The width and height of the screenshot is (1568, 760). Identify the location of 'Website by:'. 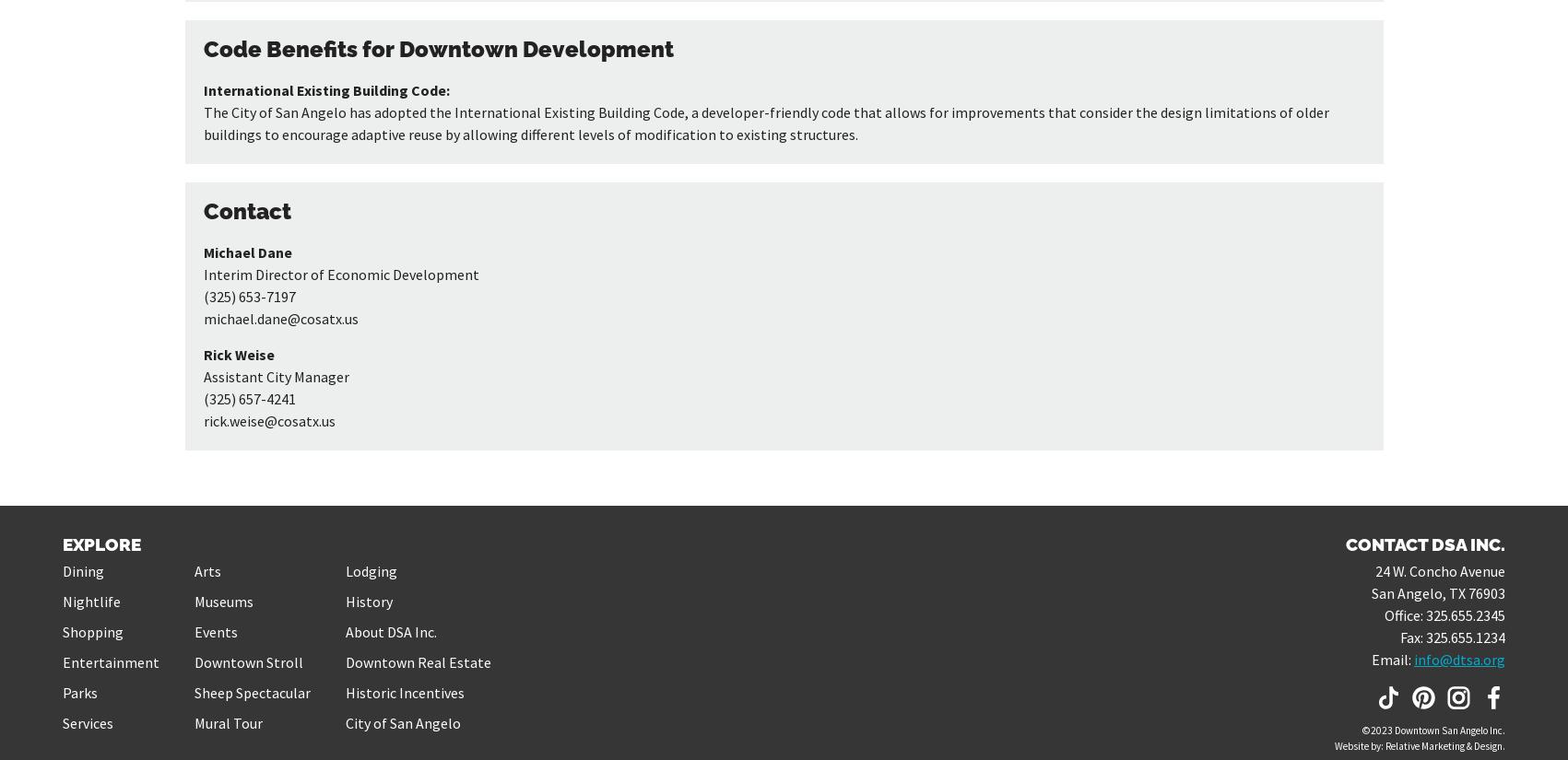
(1359, 744).